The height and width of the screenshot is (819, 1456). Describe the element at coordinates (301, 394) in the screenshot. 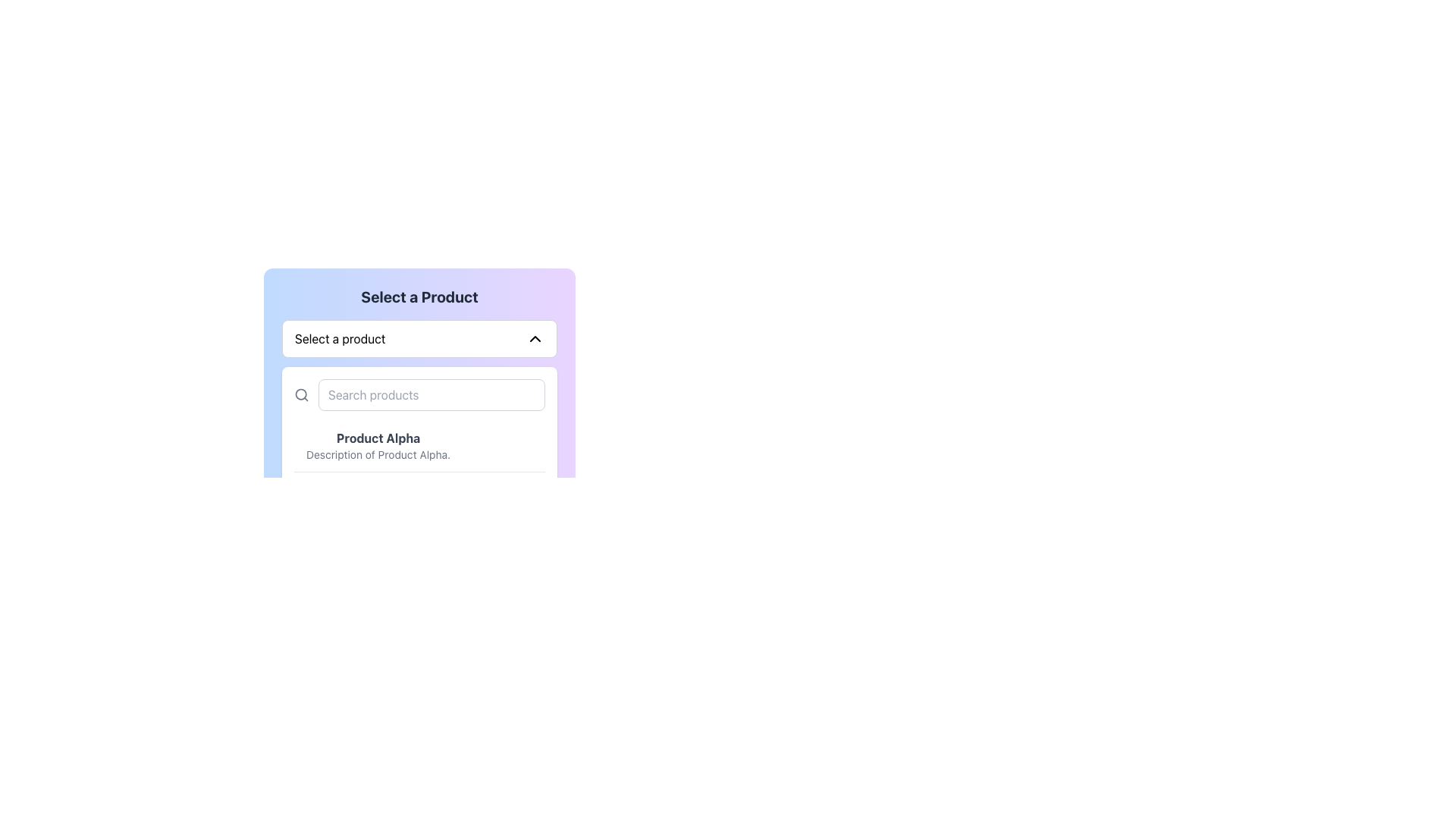

I see `circular graphical element representing the lens frame of the search icon located at the top-left corner of the search bar` at that location.